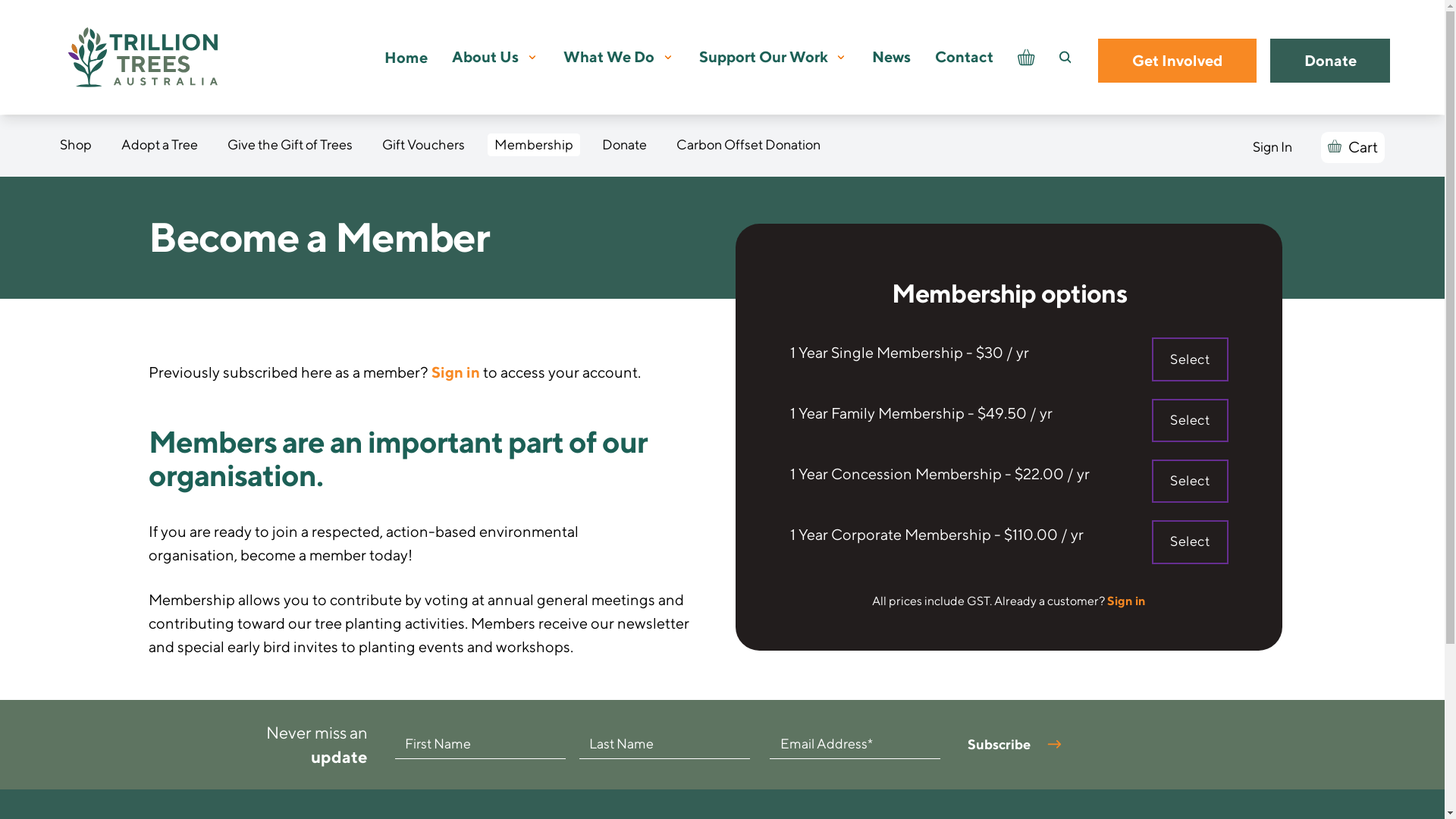 This screenshot has height=819, width=1456. I want to click on 'Cart', so click(1352, 146).